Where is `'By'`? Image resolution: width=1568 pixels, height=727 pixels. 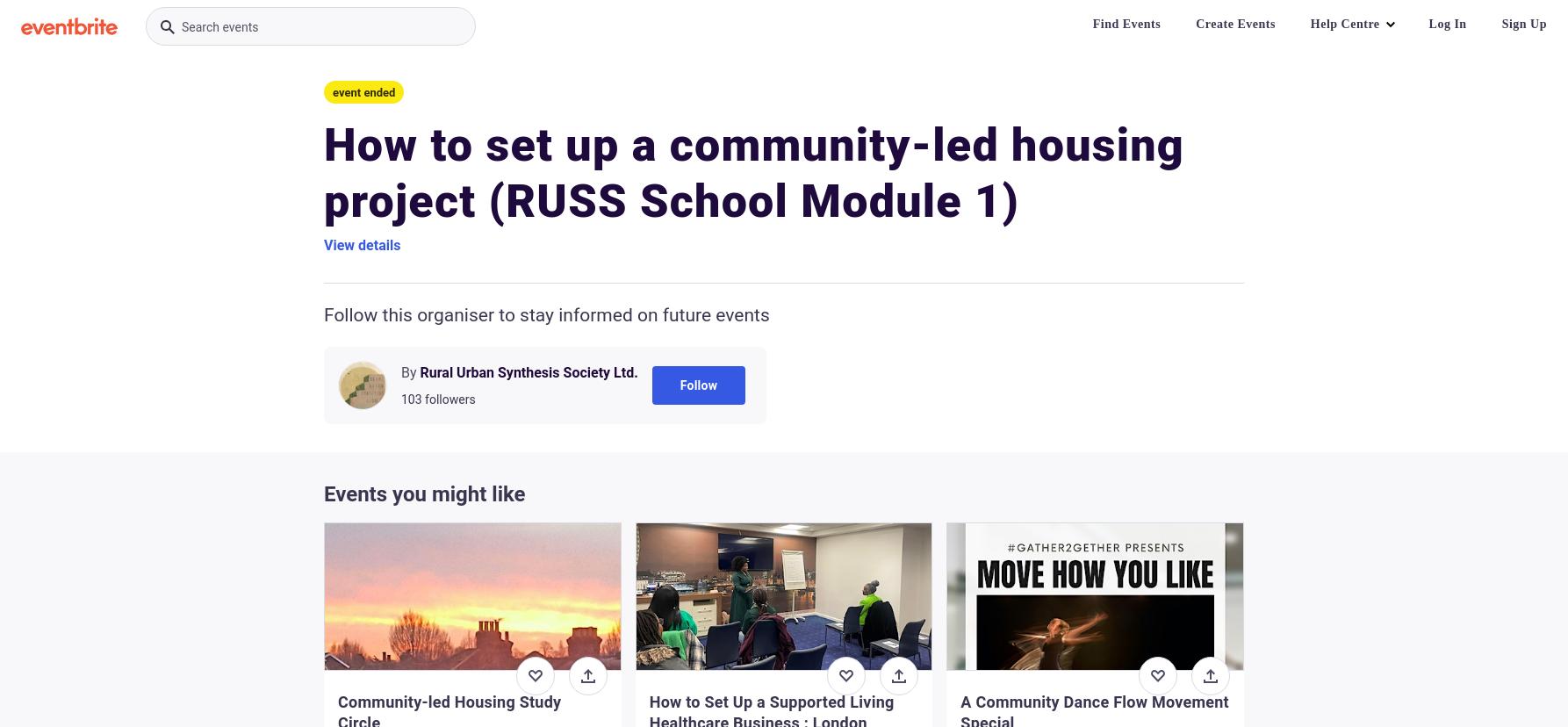
'By' is located at coordinates (407, 372).